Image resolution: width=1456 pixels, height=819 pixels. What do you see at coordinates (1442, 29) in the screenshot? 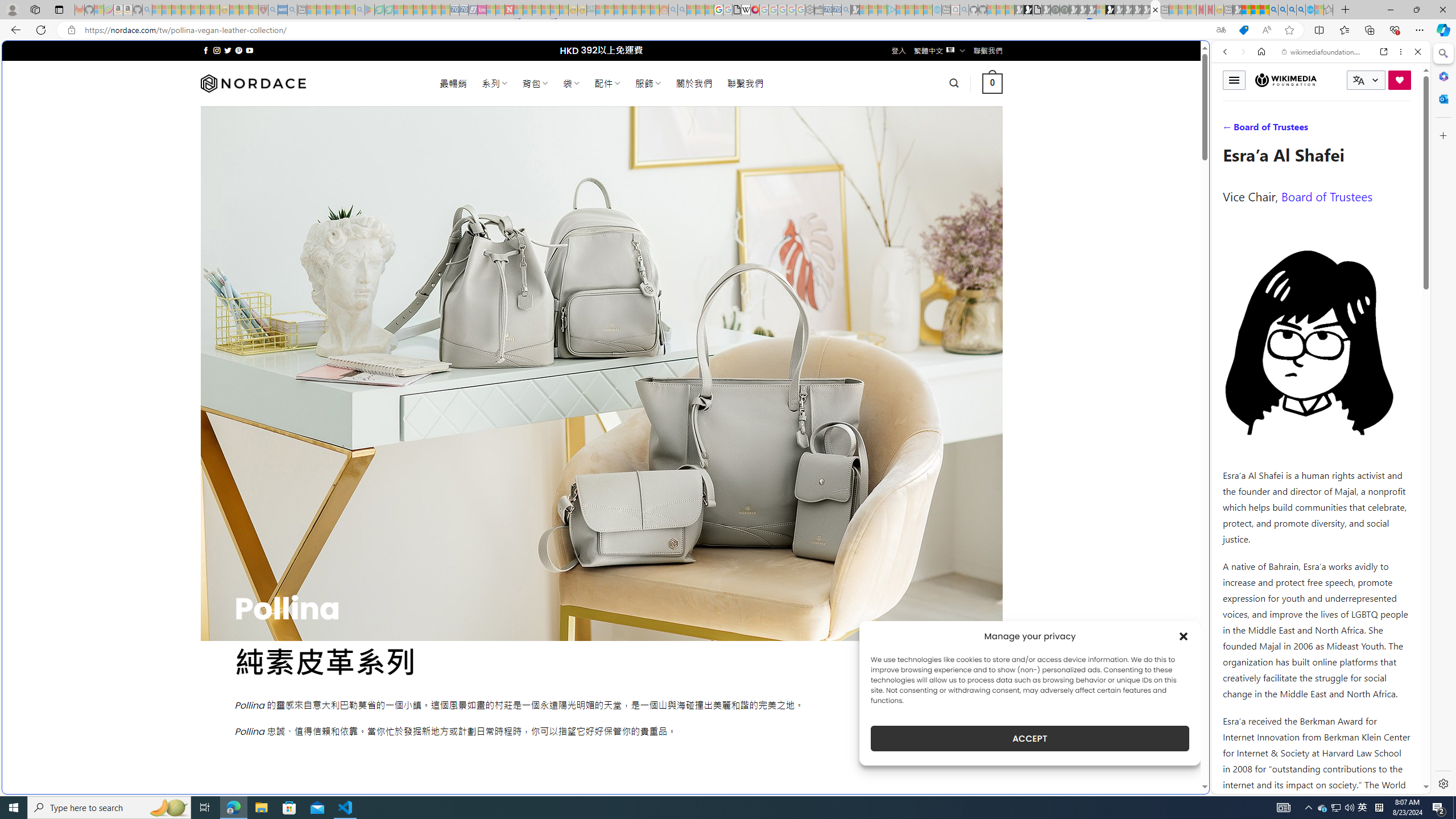
I see `'Copilot (Ctrl+Shift+.)'` at bounding box center [1442, 29].